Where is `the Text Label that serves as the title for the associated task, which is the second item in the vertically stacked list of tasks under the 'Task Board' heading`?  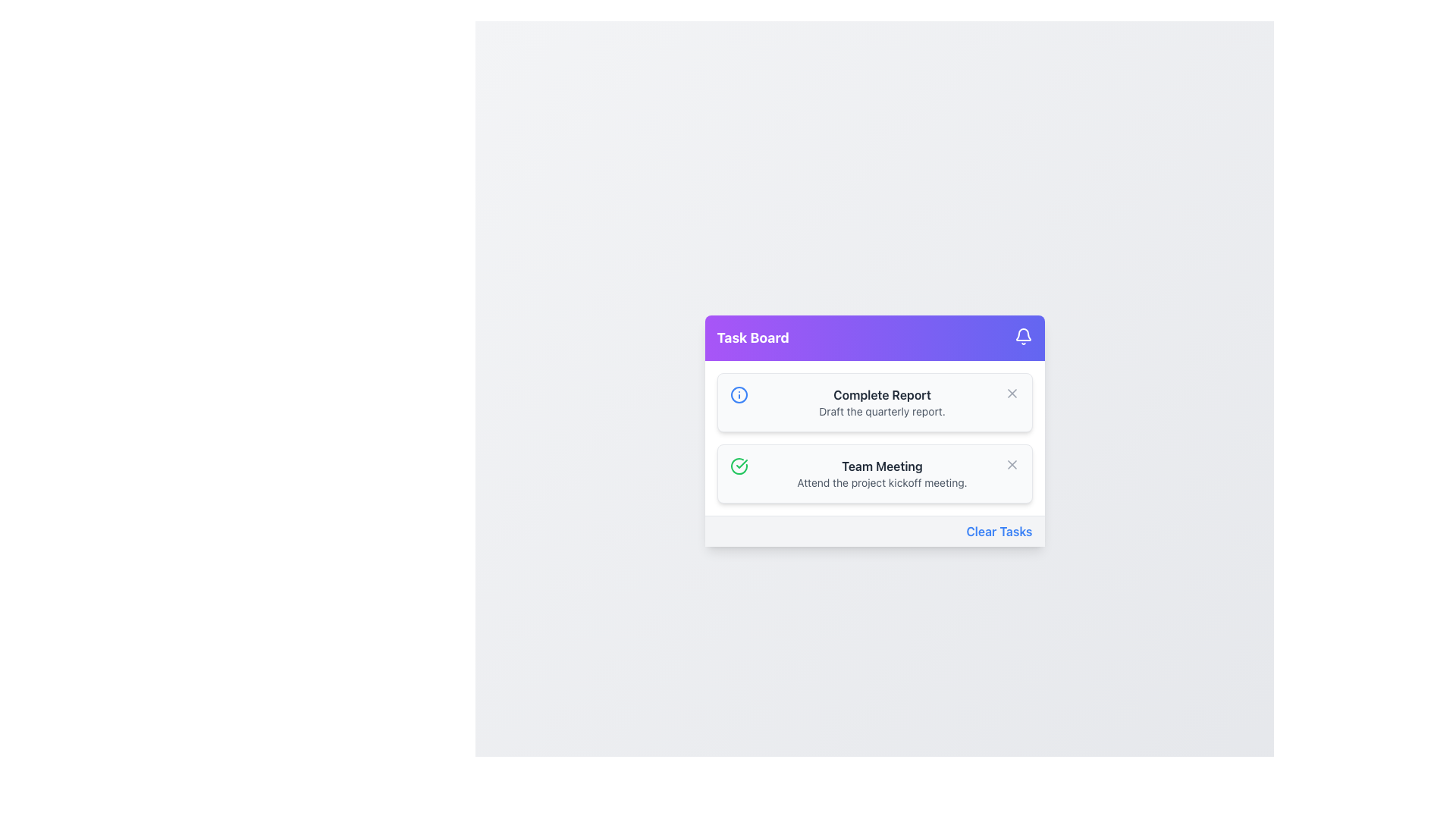 the Text Label that serves as the title for the associated task, which is the second item in the vertically stacked list of tasks under the 'Task Board' heading is located at coordinates (882, 465).